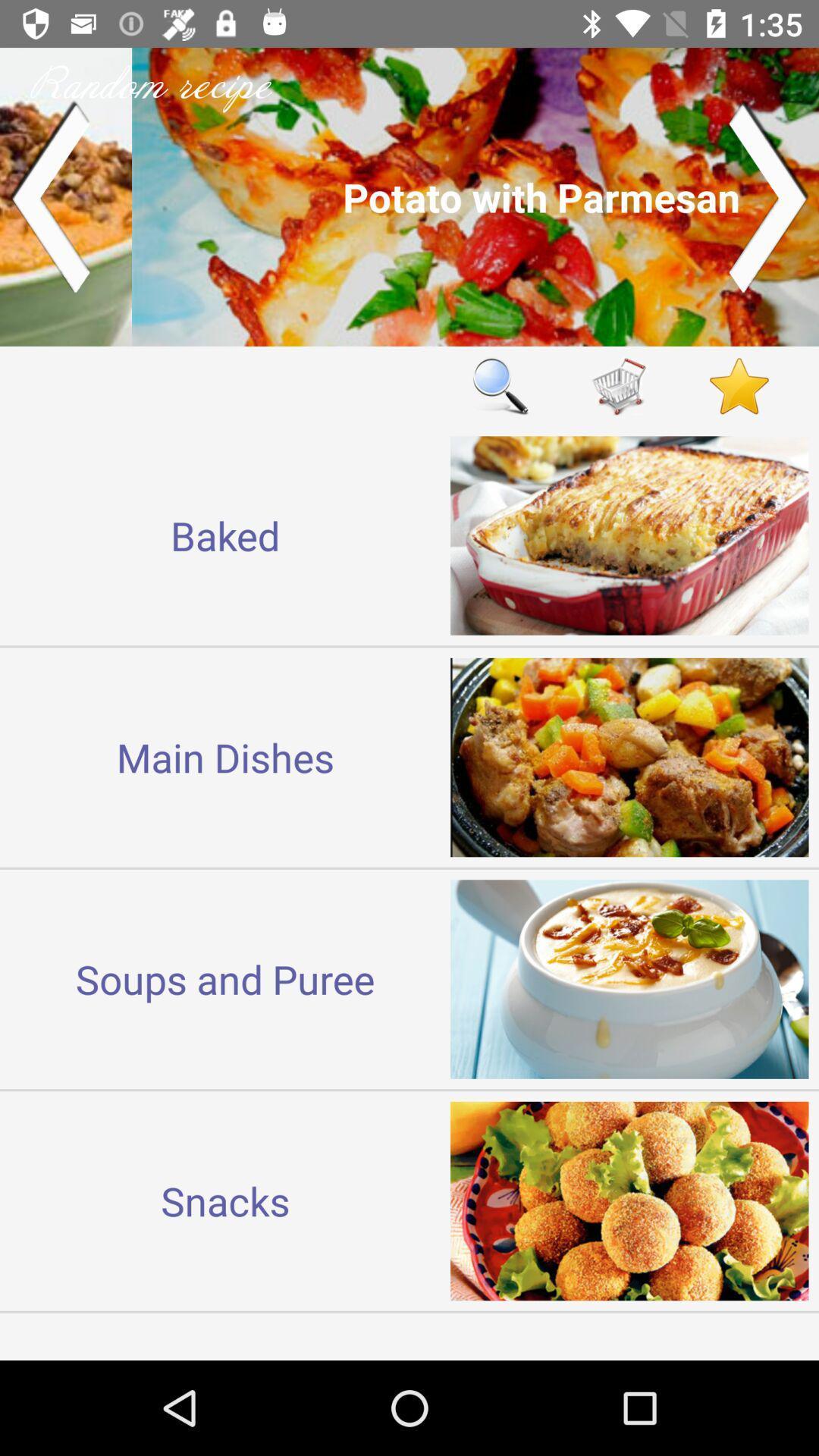 The height and width of the screenshot is (1456, 819). What do you see at coordinates (739, 386) in the screenshot?
I see `to favourites` at bounding box center [739, 386].